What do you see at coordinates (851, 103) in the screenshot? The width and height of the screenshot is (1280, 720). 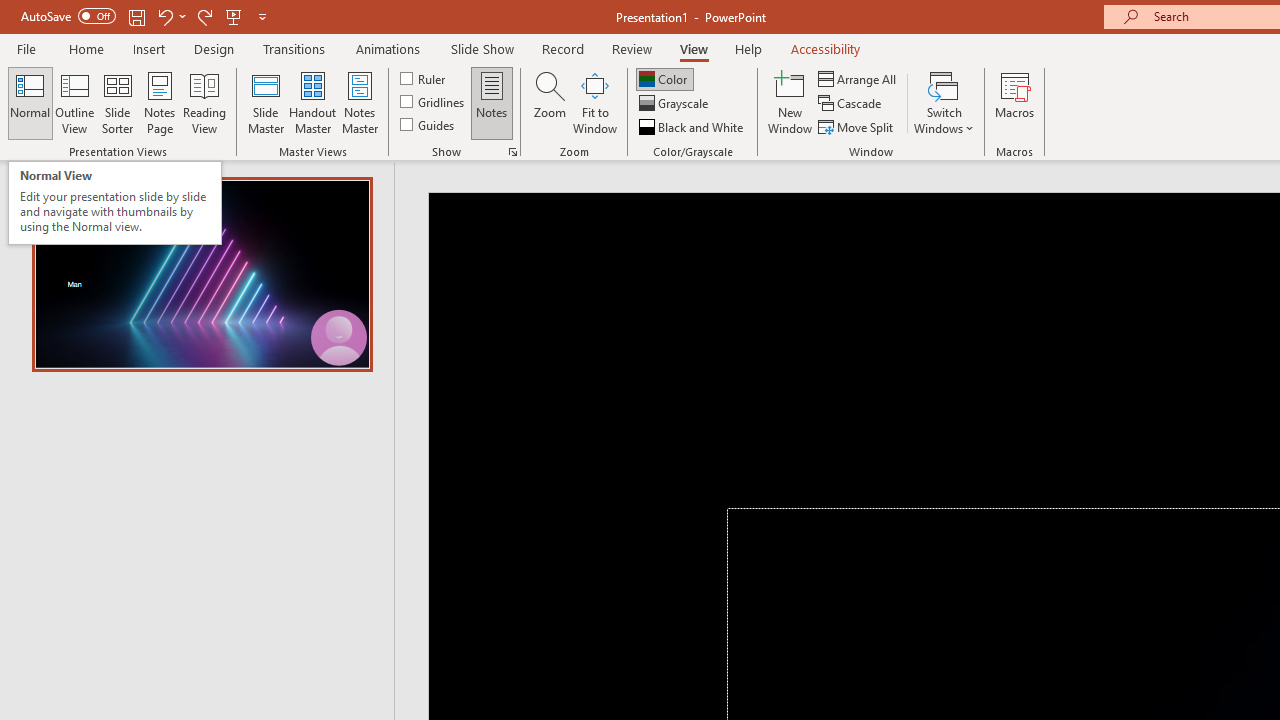 I see `'Cascade'` at bounding box center [851, 103].